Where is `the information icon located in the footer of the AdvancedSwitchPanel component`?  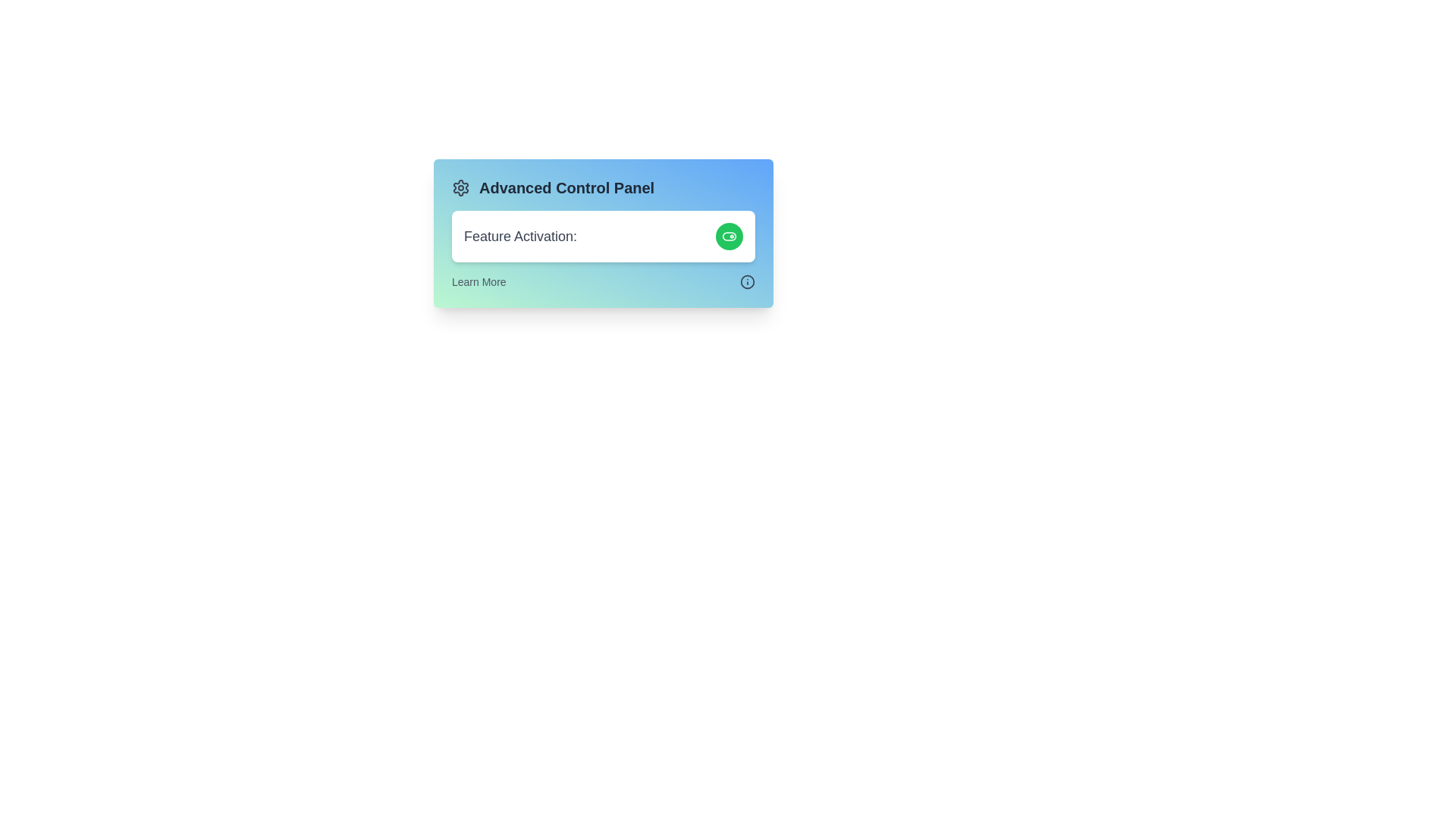
the information icon located in the footer of the AdvancedSwitchPanel component is located at coordinates (747, 281).